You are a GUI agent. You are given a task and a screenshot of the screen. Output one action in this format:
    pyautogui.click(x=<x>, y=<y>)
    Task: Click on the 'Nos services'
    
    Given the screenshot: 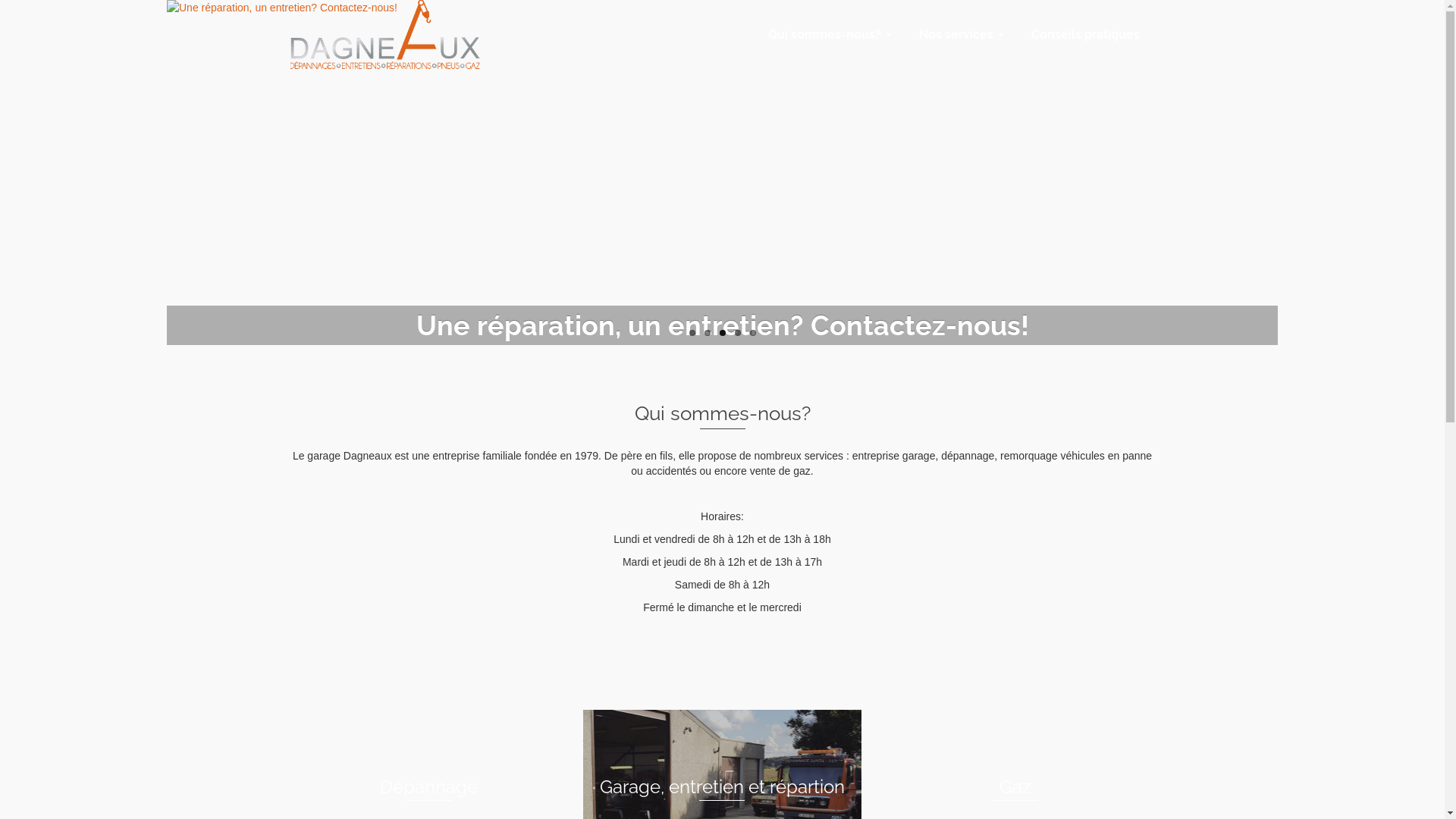 What is the action you would take?
    pyautogui.click(x=903, y=34)
    